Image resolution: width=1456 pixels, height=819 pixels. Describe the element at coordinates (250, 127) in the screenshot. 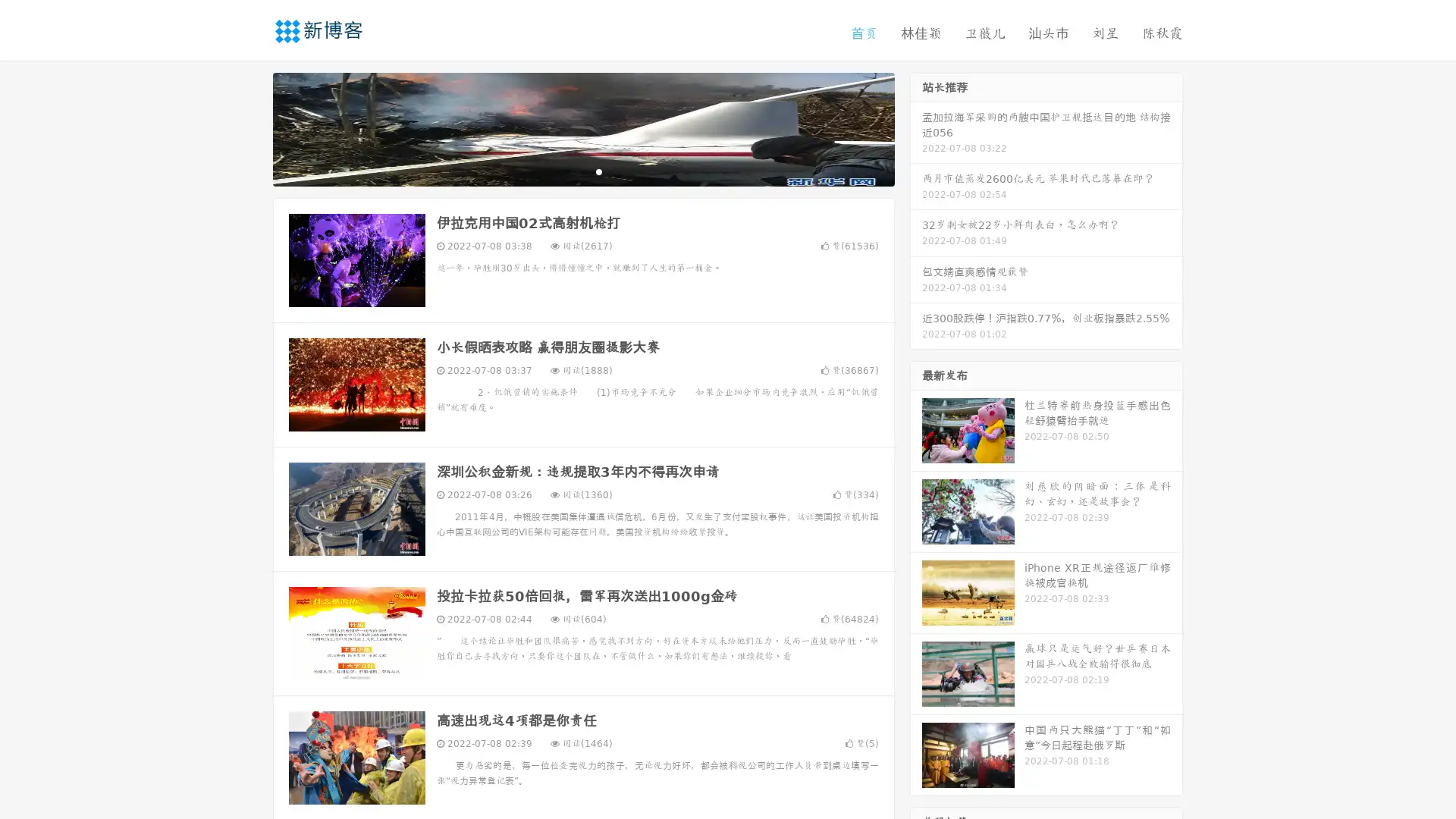

I see `Previous slide` at that location.